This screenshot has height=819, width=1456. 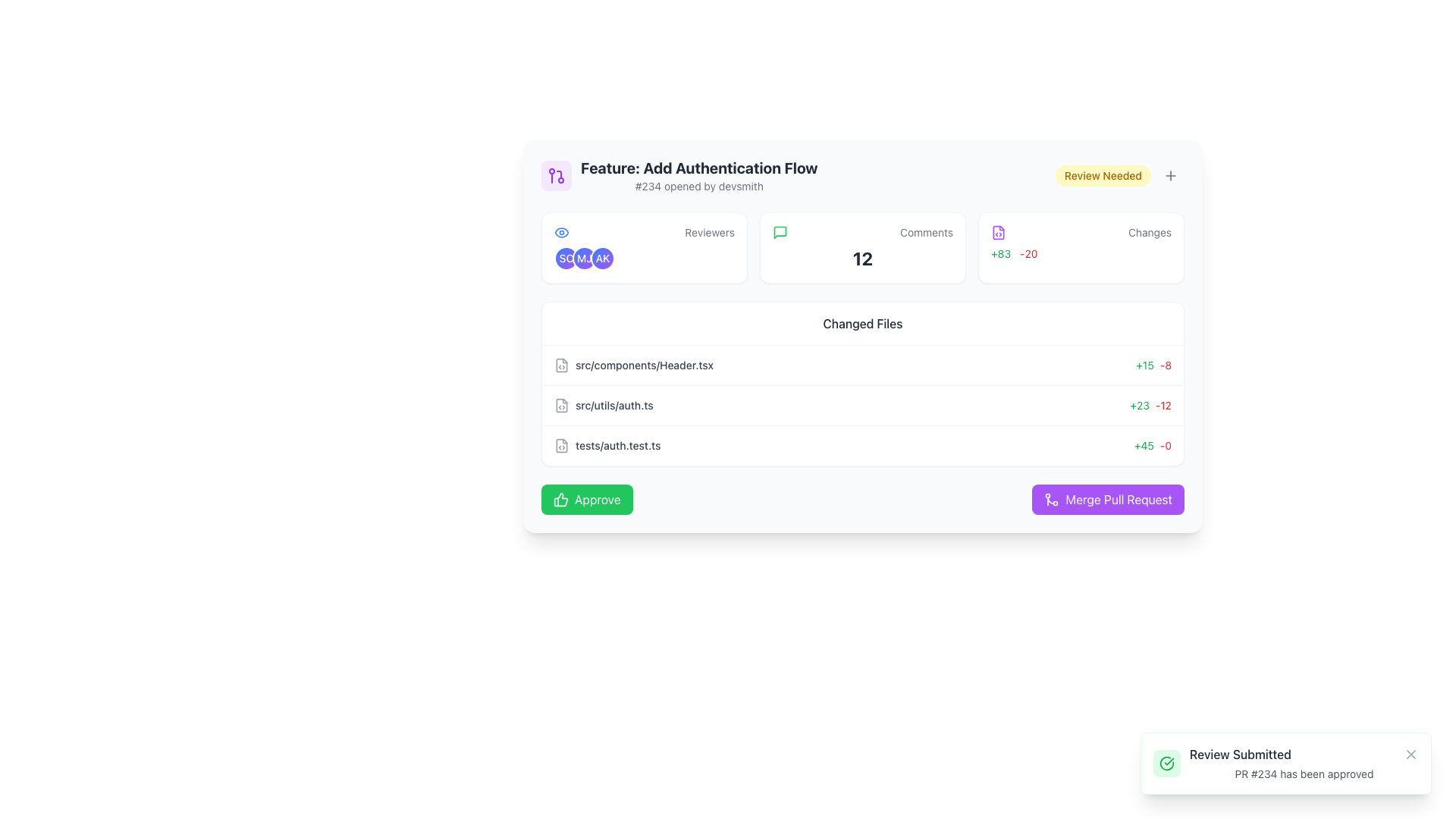 What do you see at coordinates (560, 366) in the screenshot?
I see `the file icon located between the left-pointing and right-pointing arrows in the file management interface` at bounding box center [560, 366].